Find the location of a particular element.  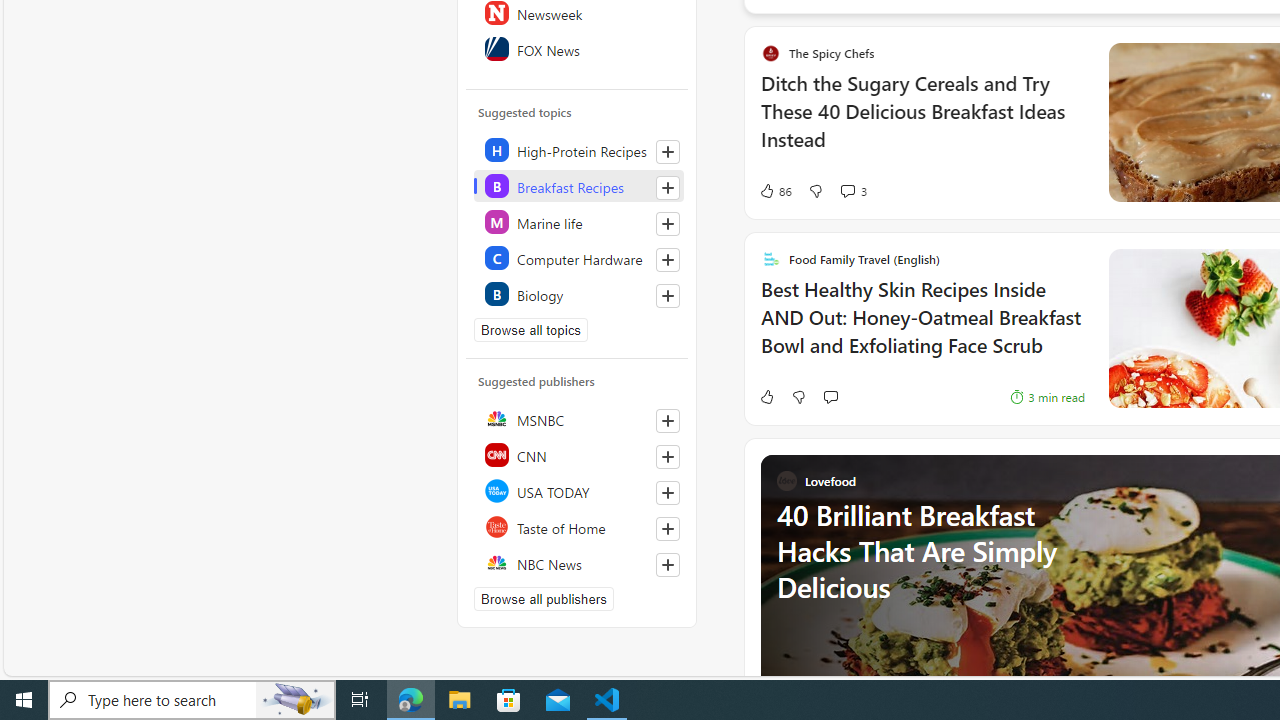

'Class: highlight selected' is located at coordinates (577, 186).